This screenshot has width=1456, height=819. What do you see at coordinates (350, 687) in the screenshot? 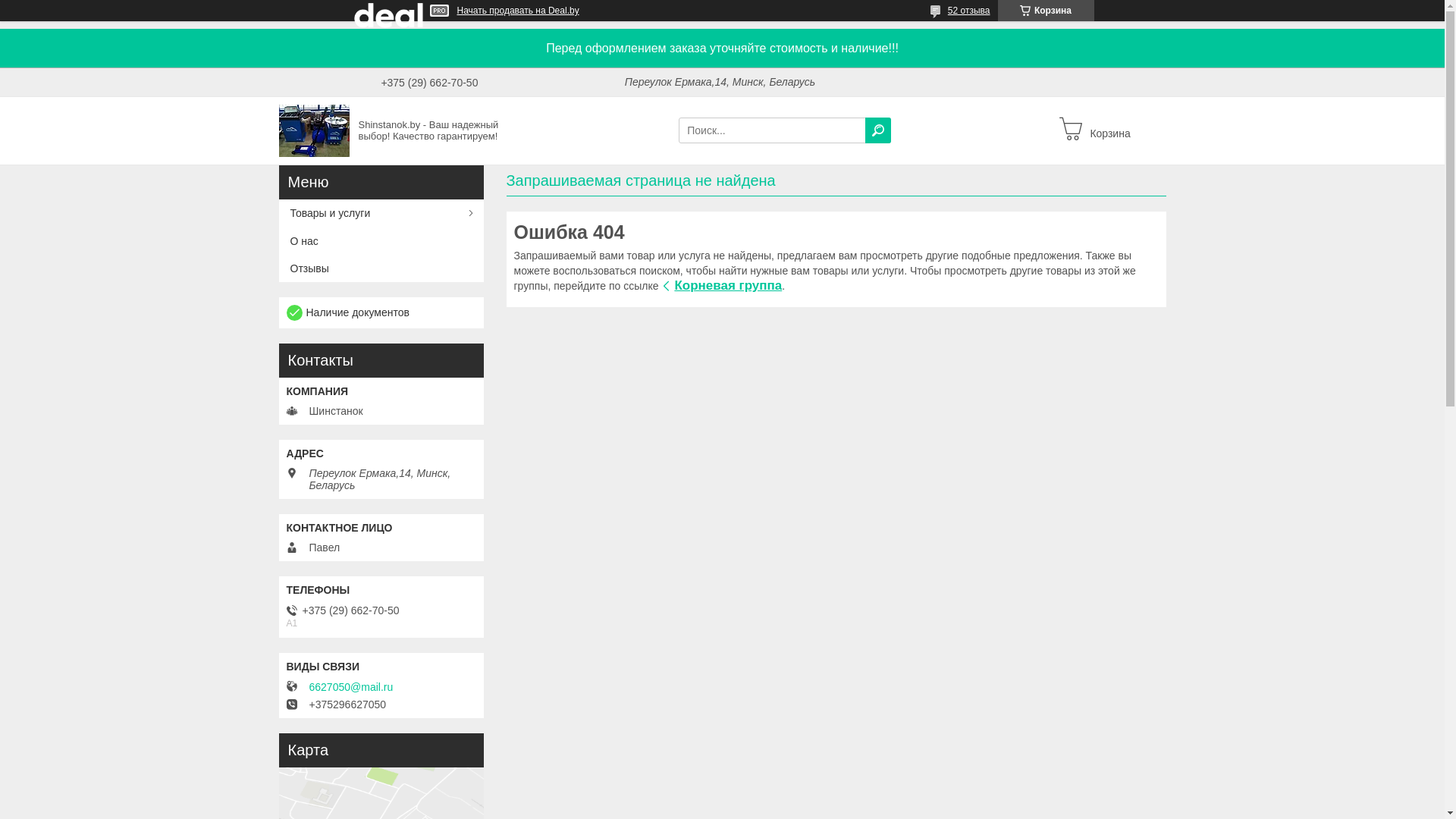
I see `'6627050@mail.ru'` at bounding box center [350, 687].